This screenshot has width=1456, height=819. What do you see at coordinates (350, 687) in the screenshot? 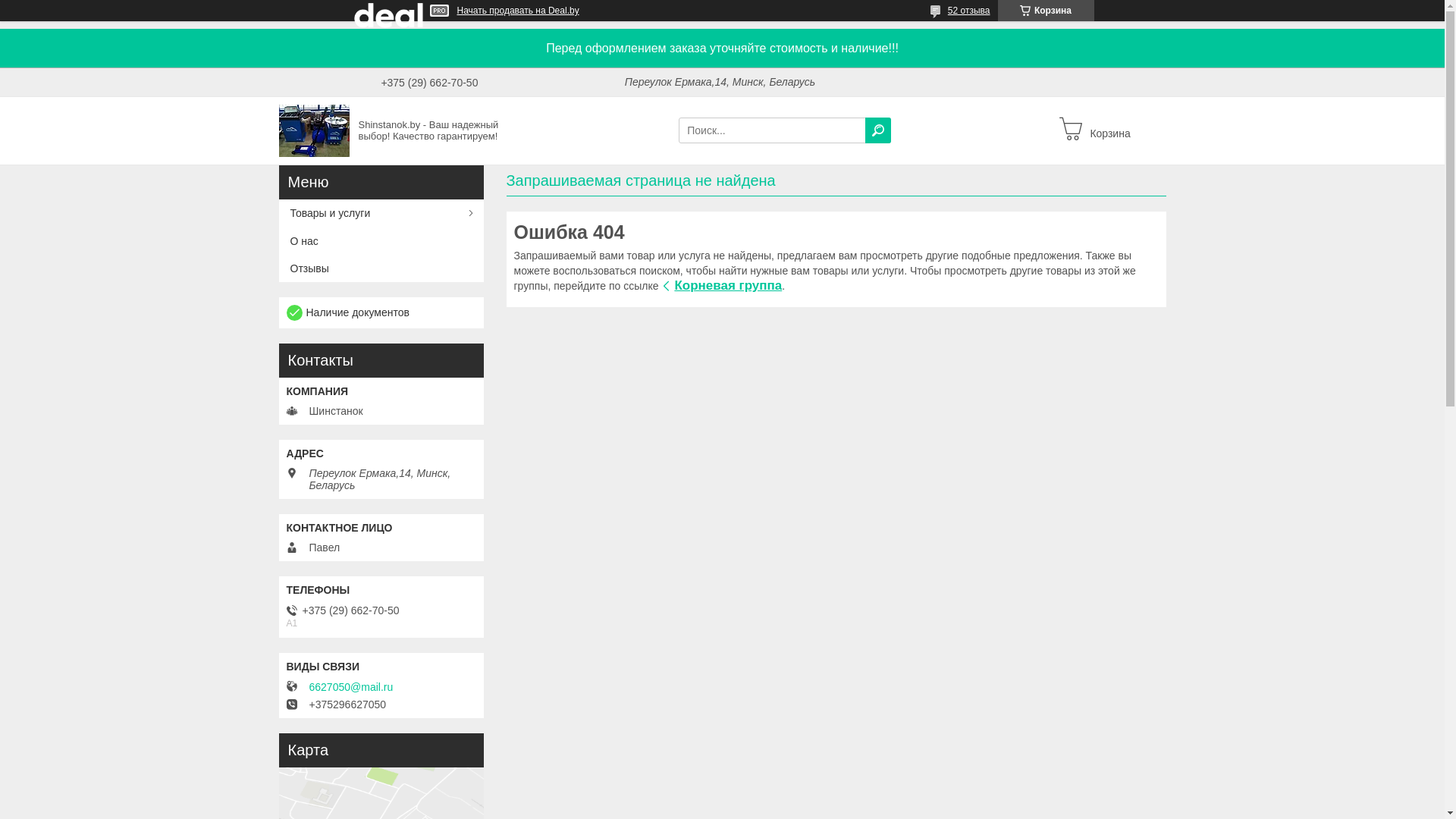
I see `'6627050@mail.ru'` at bounding box center [350, 687].